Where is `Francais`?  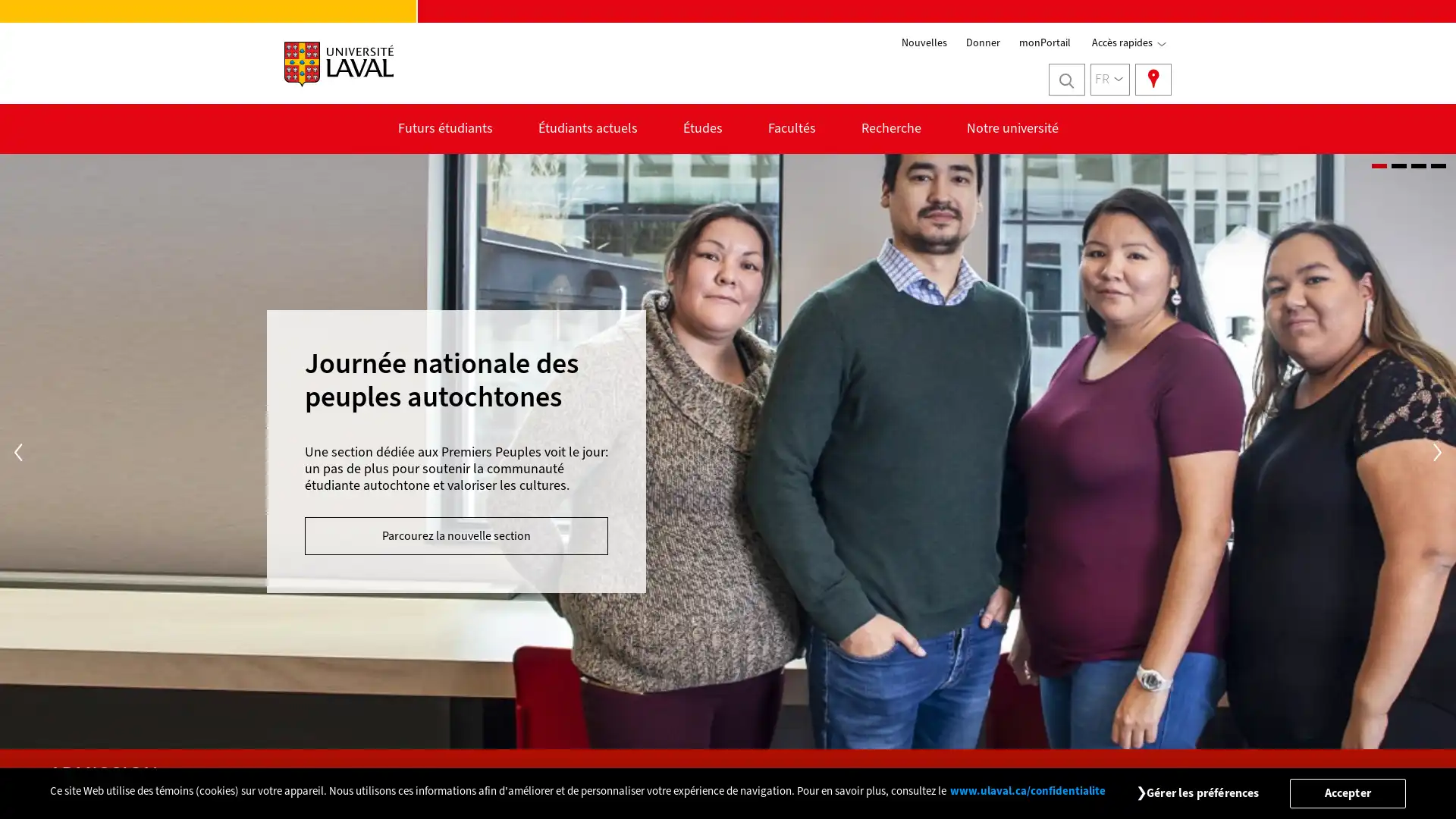 Francais is located at coordinates (1110, 79).